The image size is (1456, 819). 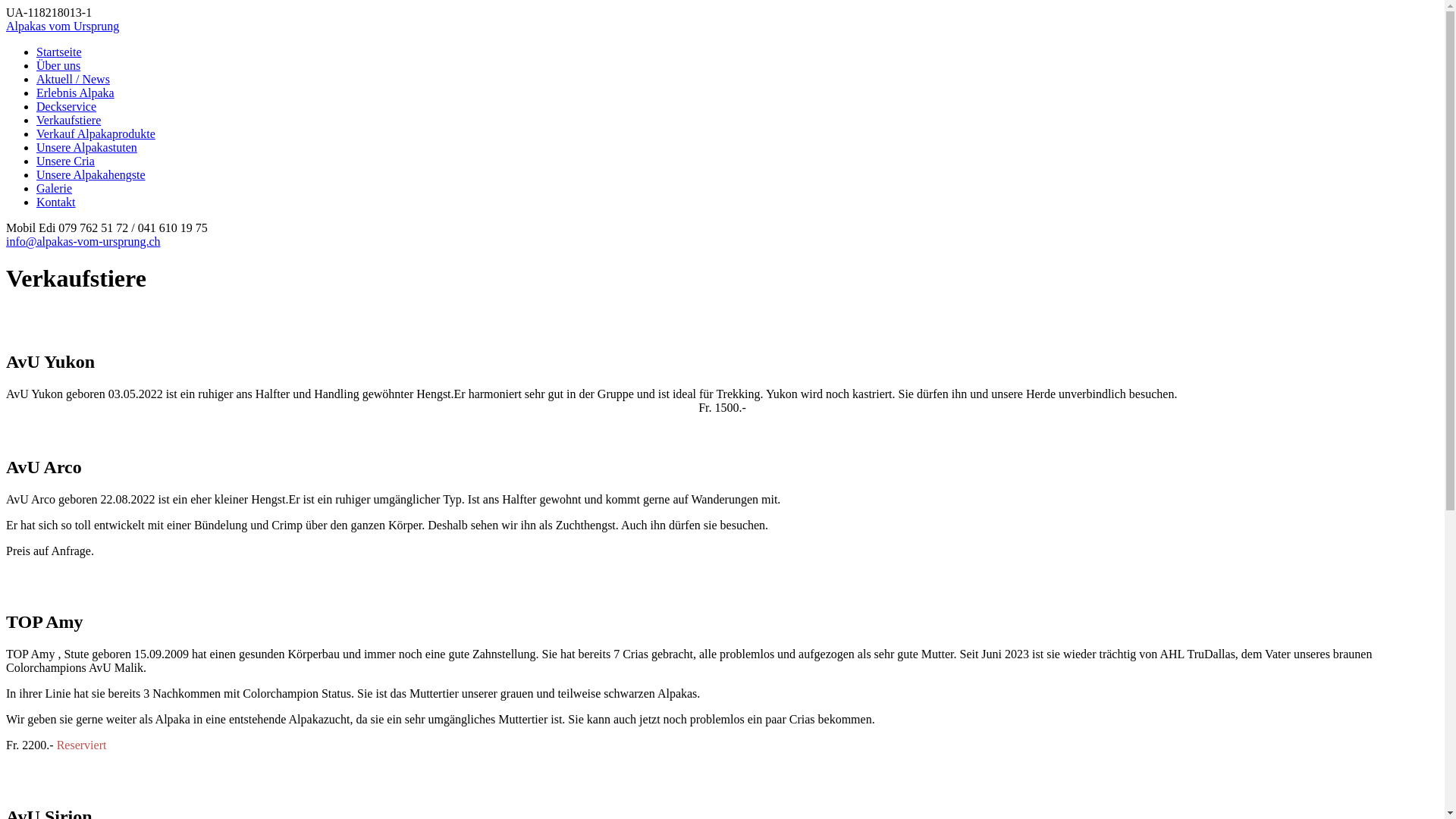 I want to click on 'Galerie', so click(x=54, y=187).